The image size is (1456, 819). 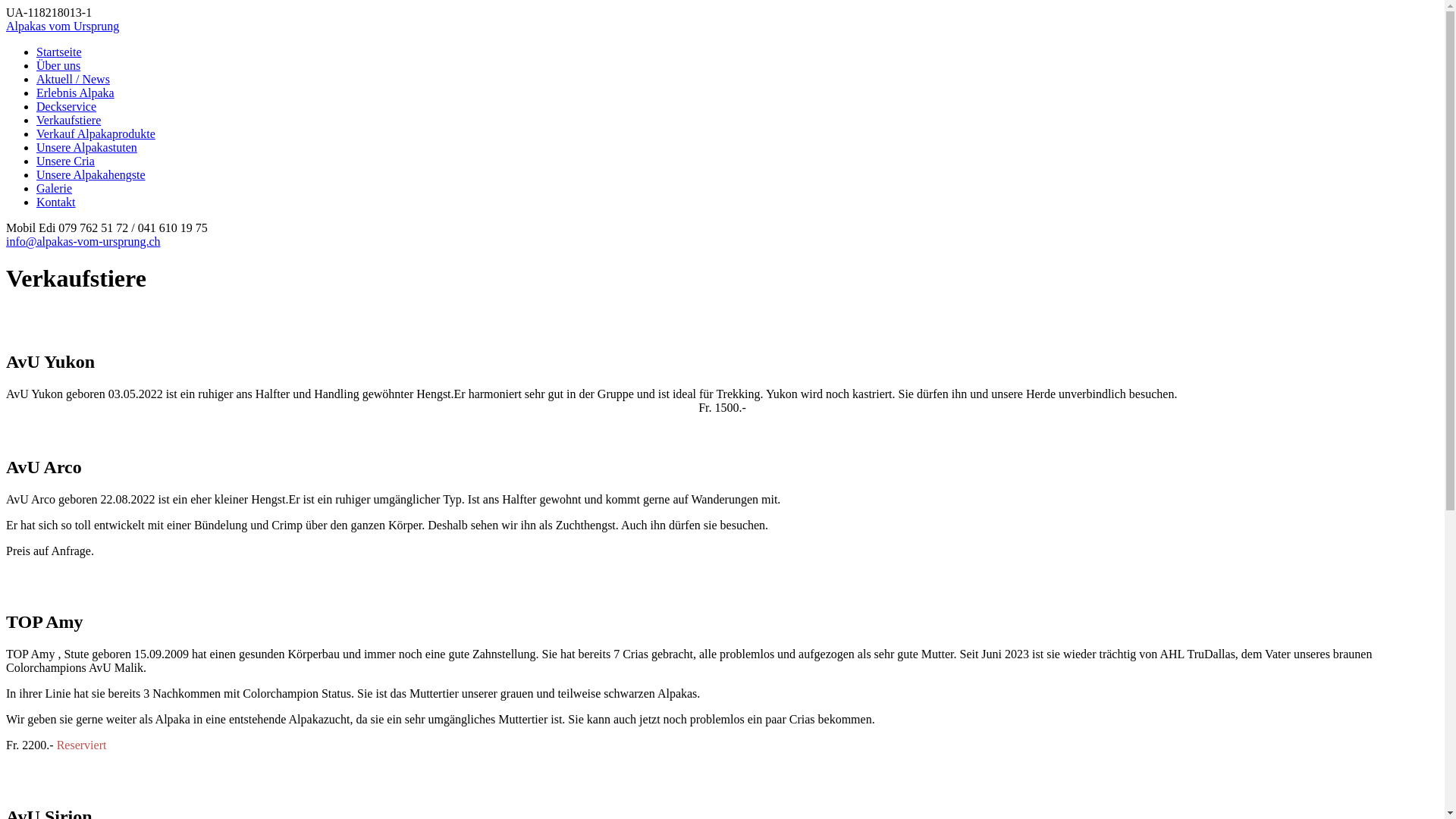 I want to click on 'Galerie', so click(x=54, y=187).